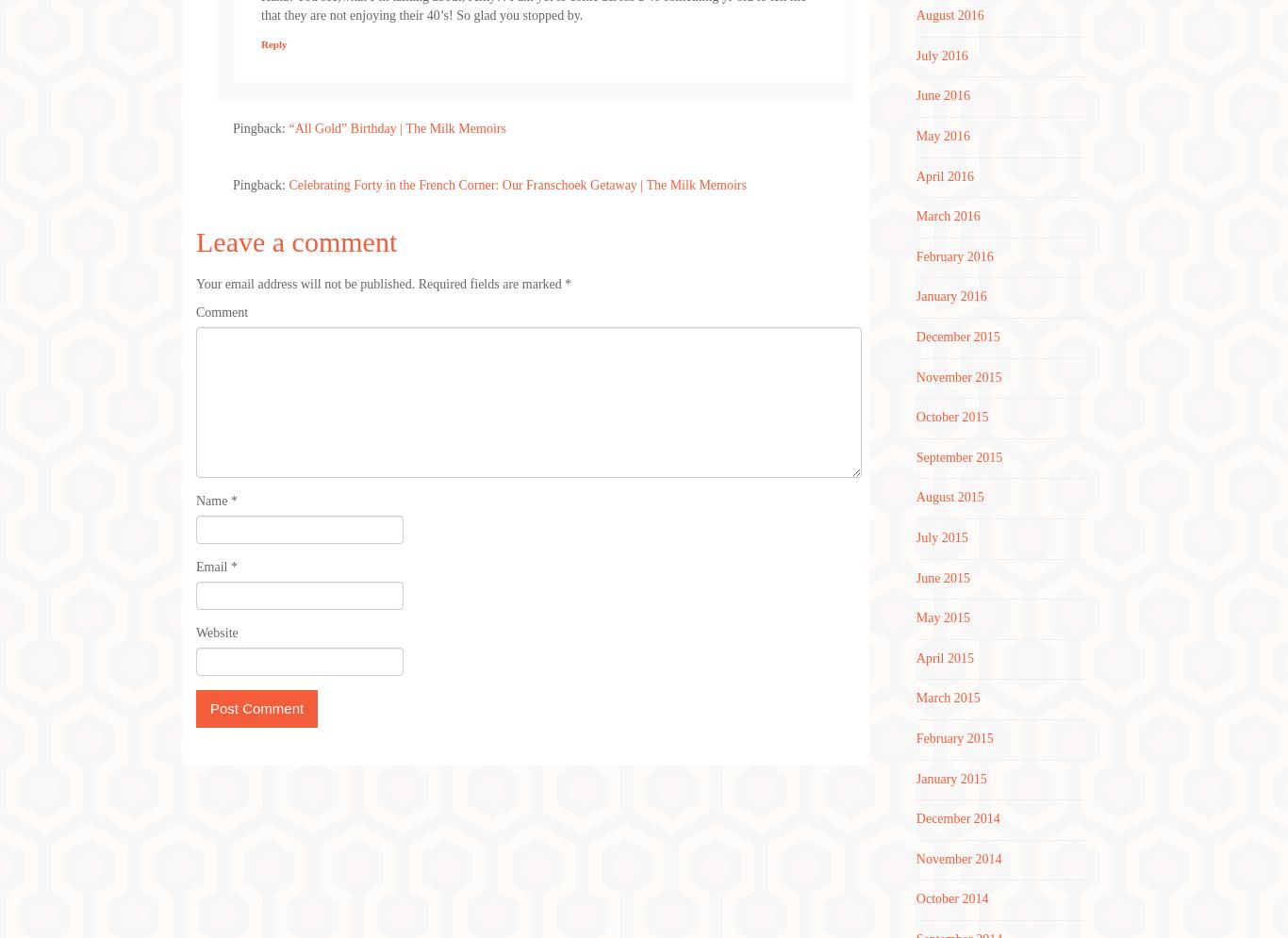 This screenshot has width=1288, height=938. I want to click on 'August 2015', so click(949, 496).